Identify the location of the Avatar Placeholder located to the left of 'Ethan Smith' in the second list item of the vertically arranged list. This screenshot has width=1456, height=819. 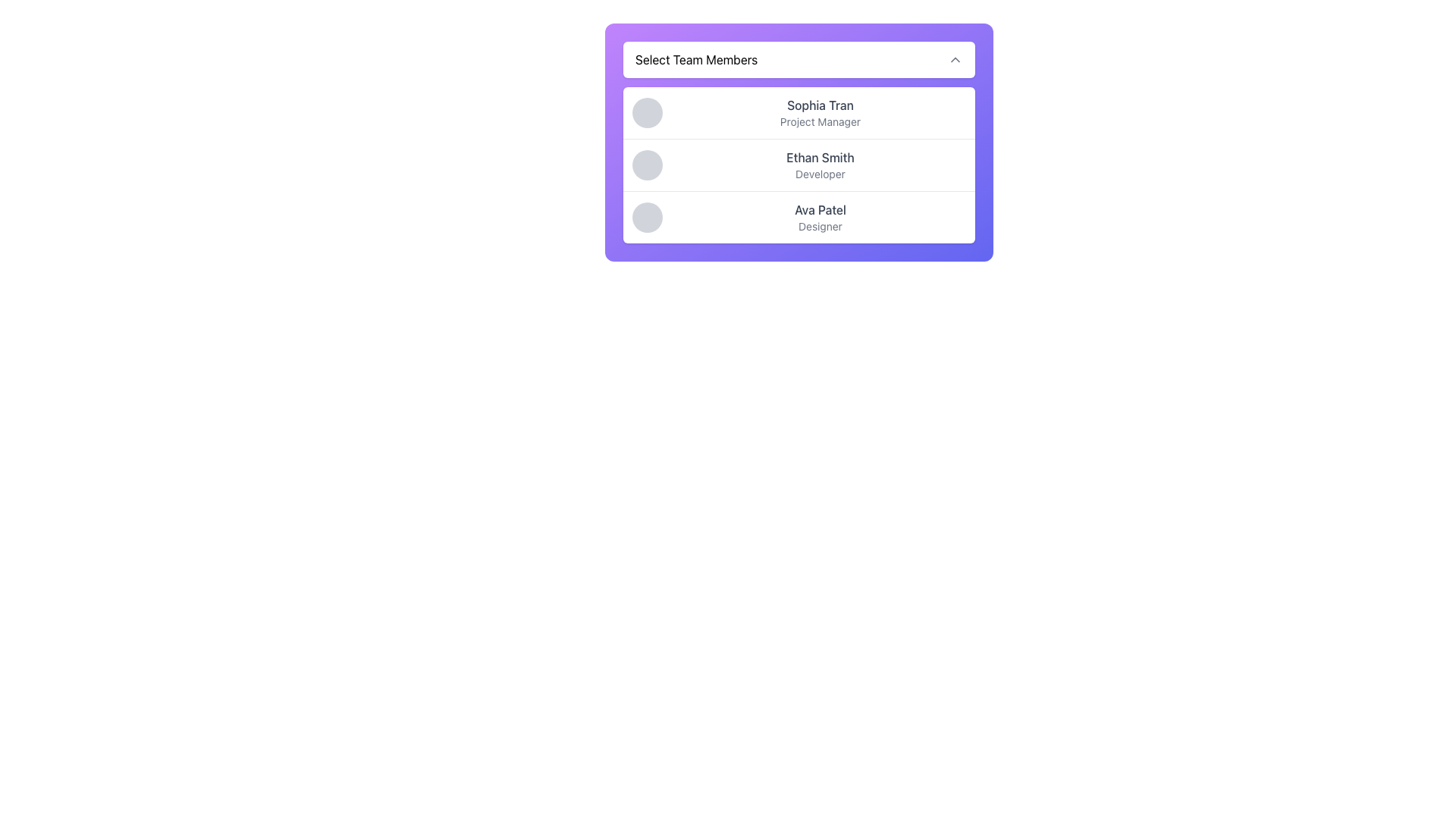
(648, 165).